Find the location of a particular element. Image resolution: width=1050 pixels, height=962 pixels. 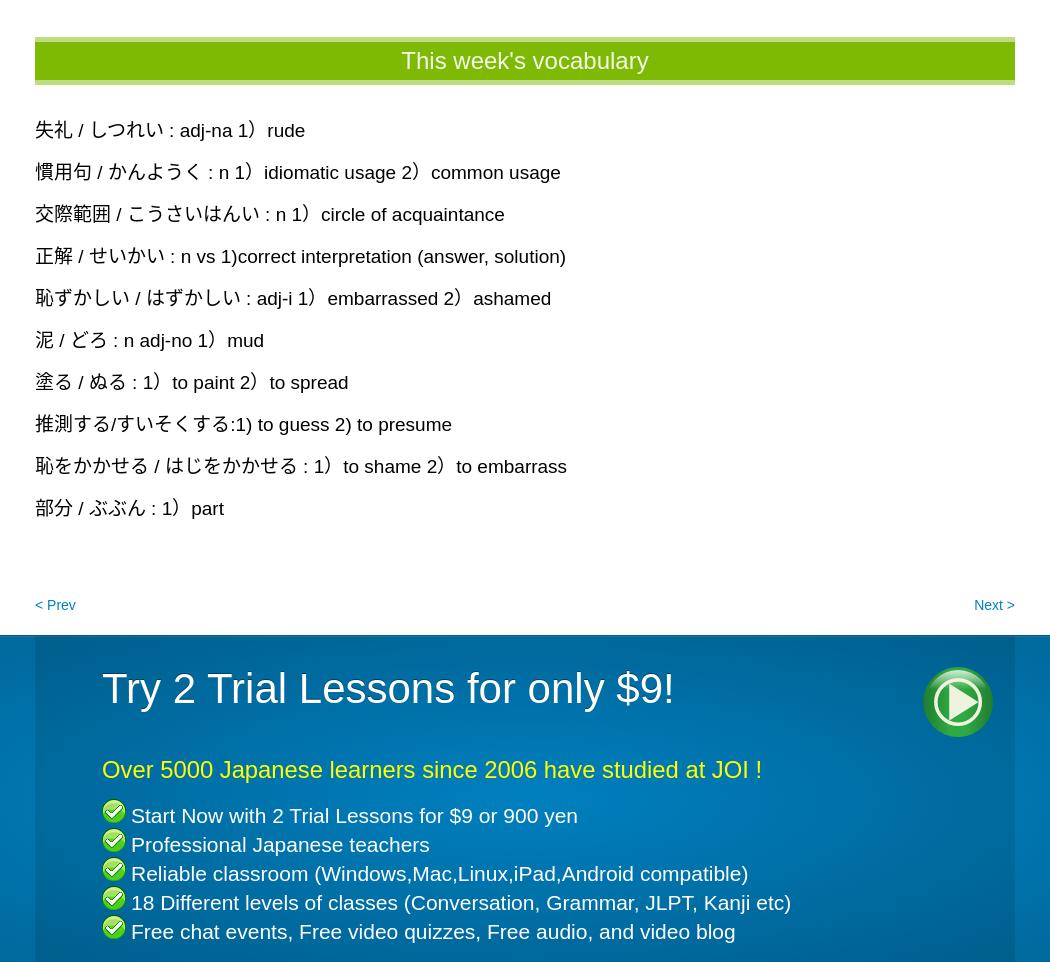

'Professional Japanese teachers' is located at coordinates (130, 844).